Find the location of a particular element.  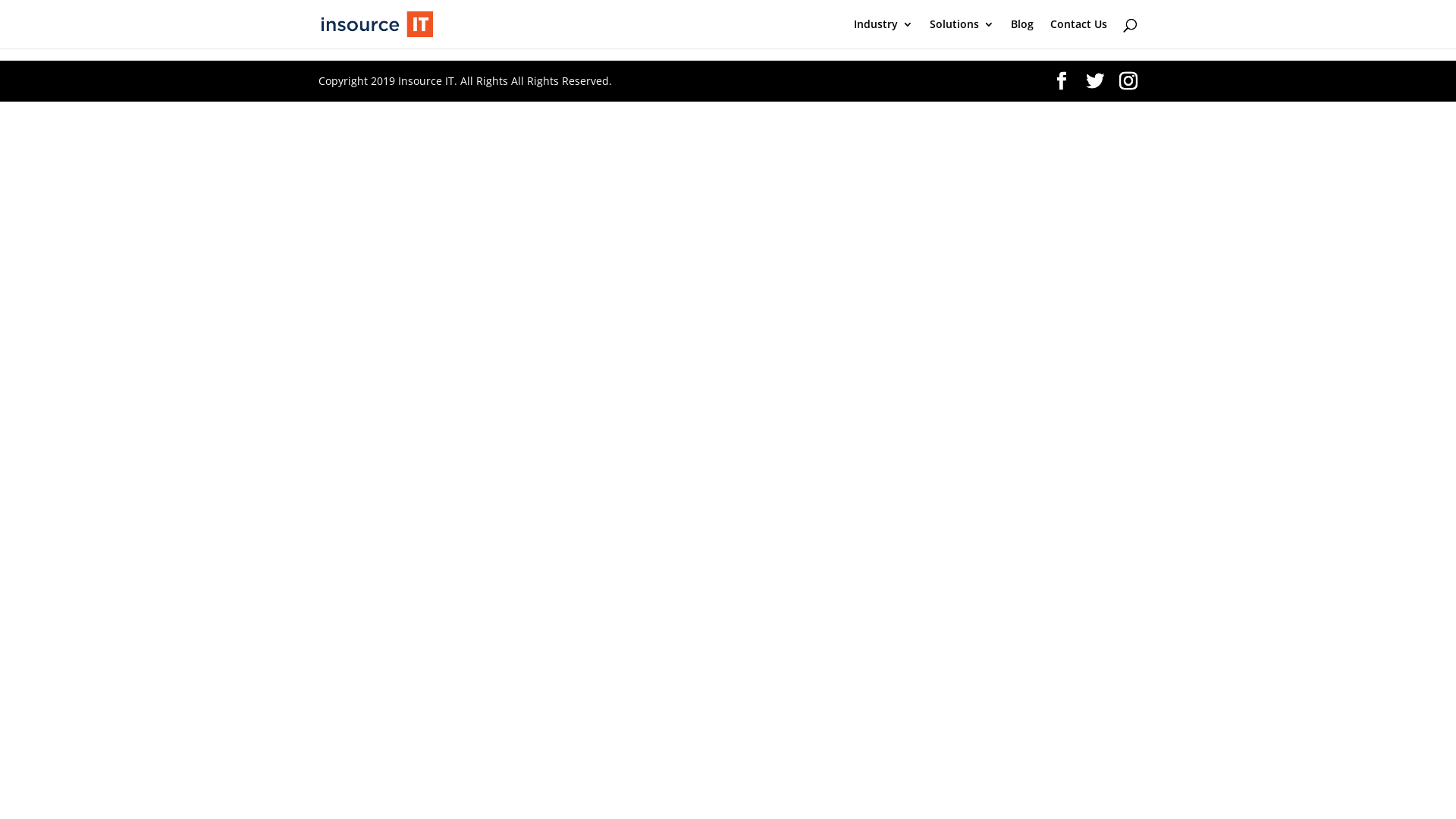

'Industry' is located at coordinates (883, 33).